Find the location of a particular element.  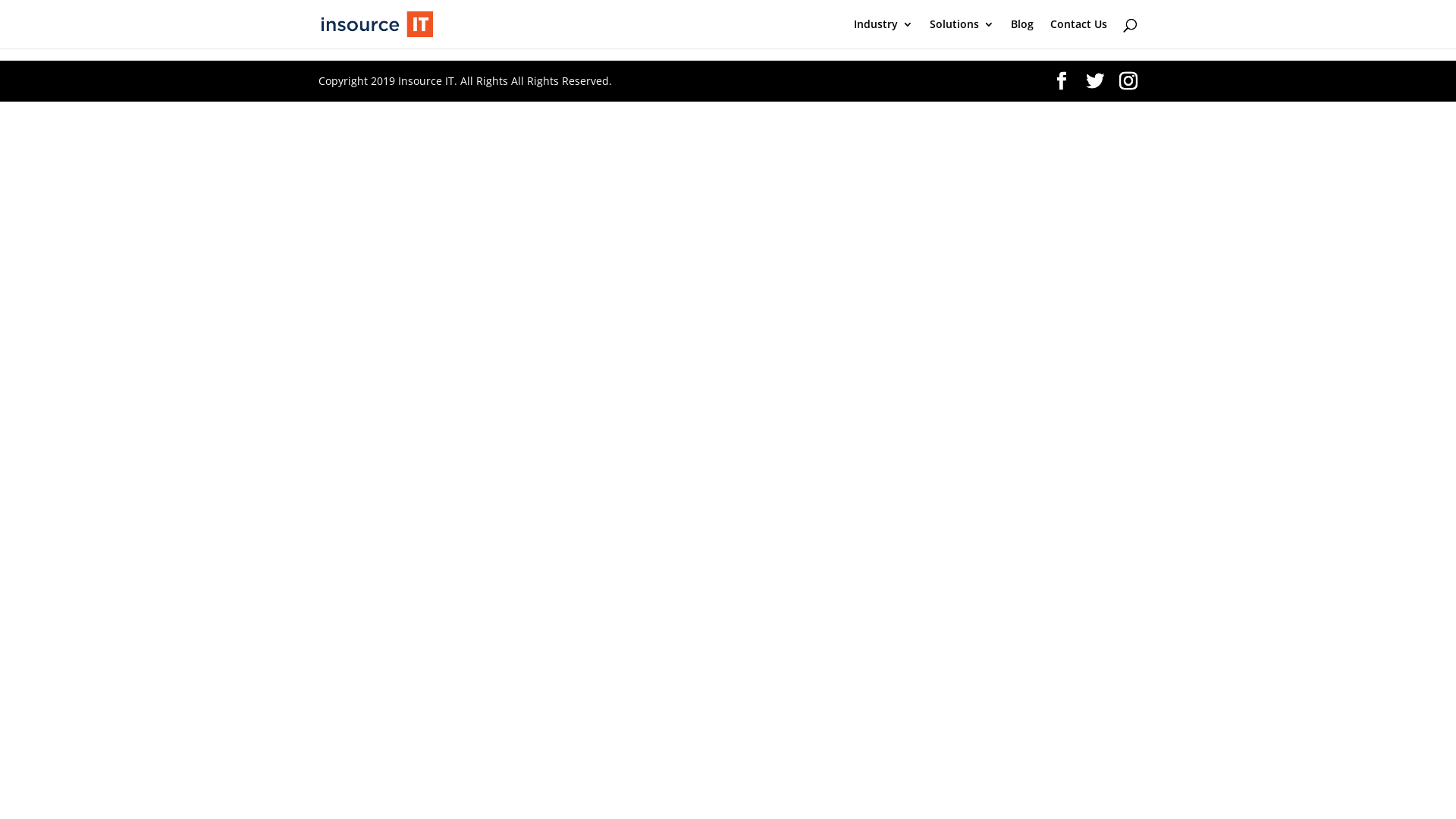

'Industry' is located at coordinates (883, 33).